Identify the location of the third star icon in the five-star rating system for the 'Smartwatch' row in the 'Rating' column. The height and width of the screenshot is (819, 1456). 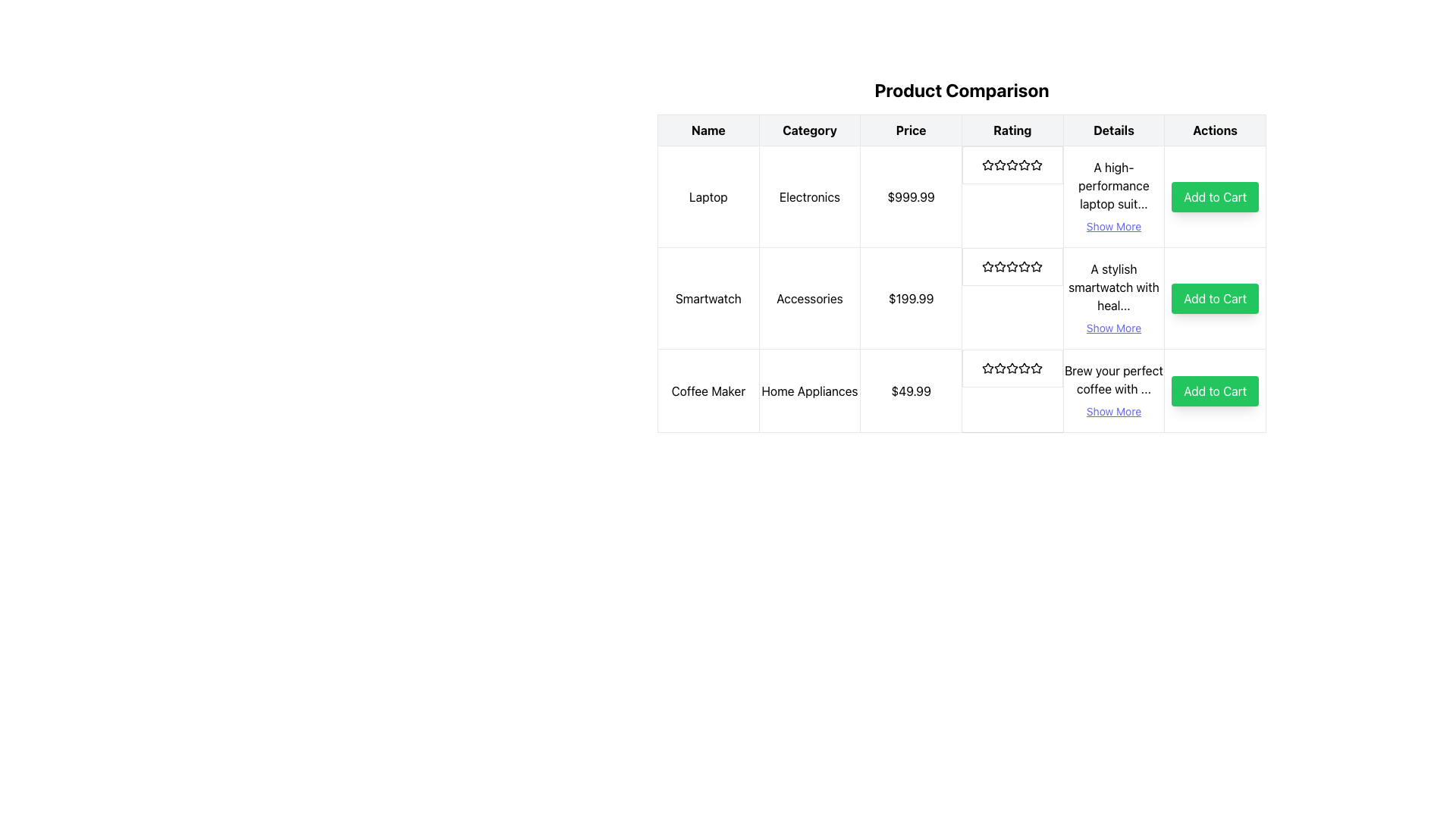
(1000, 265).